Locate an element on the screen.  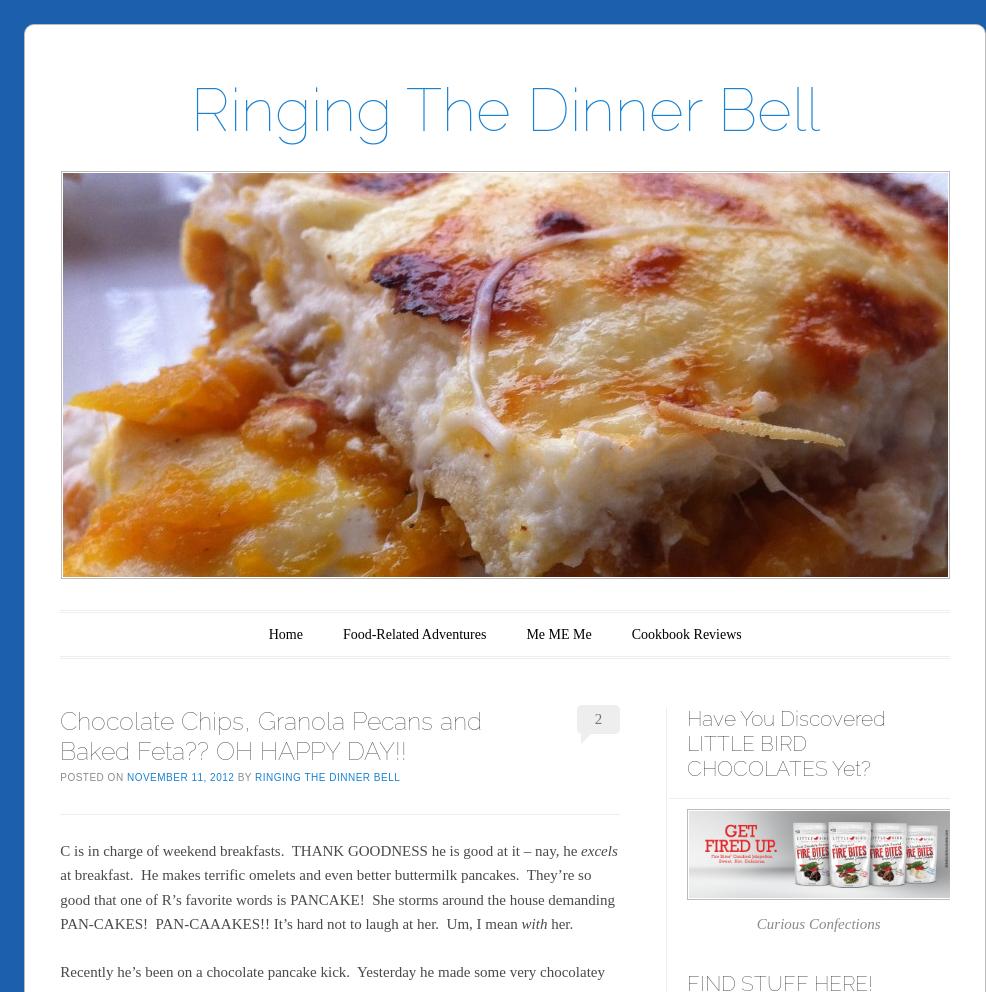
'Have You Discovered LITTLE BIRD CHOCOLATES Yet?' is located at coordinates (786, 743).